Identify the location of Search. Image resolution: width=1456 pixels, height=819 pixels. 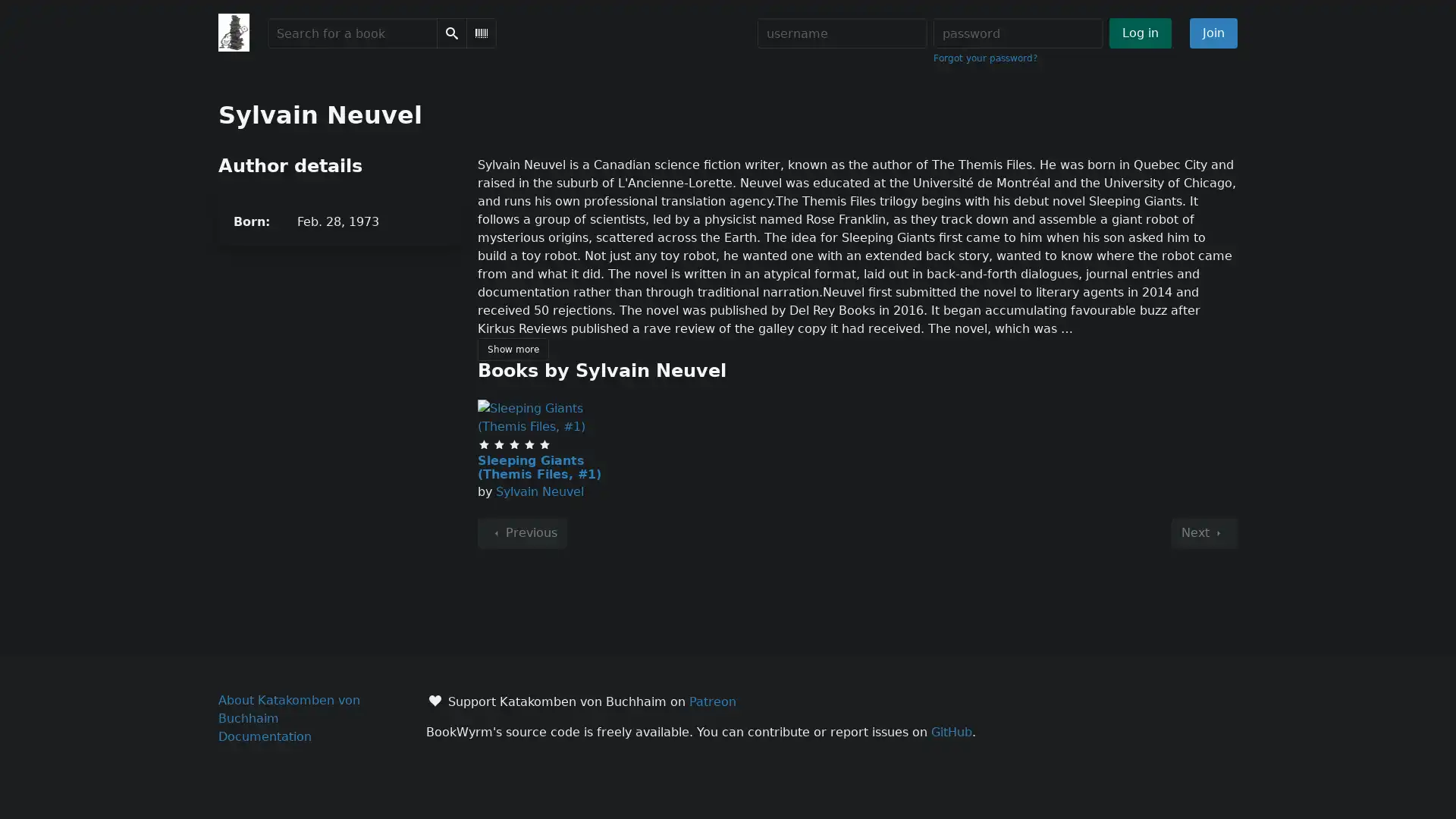
(450, 33).